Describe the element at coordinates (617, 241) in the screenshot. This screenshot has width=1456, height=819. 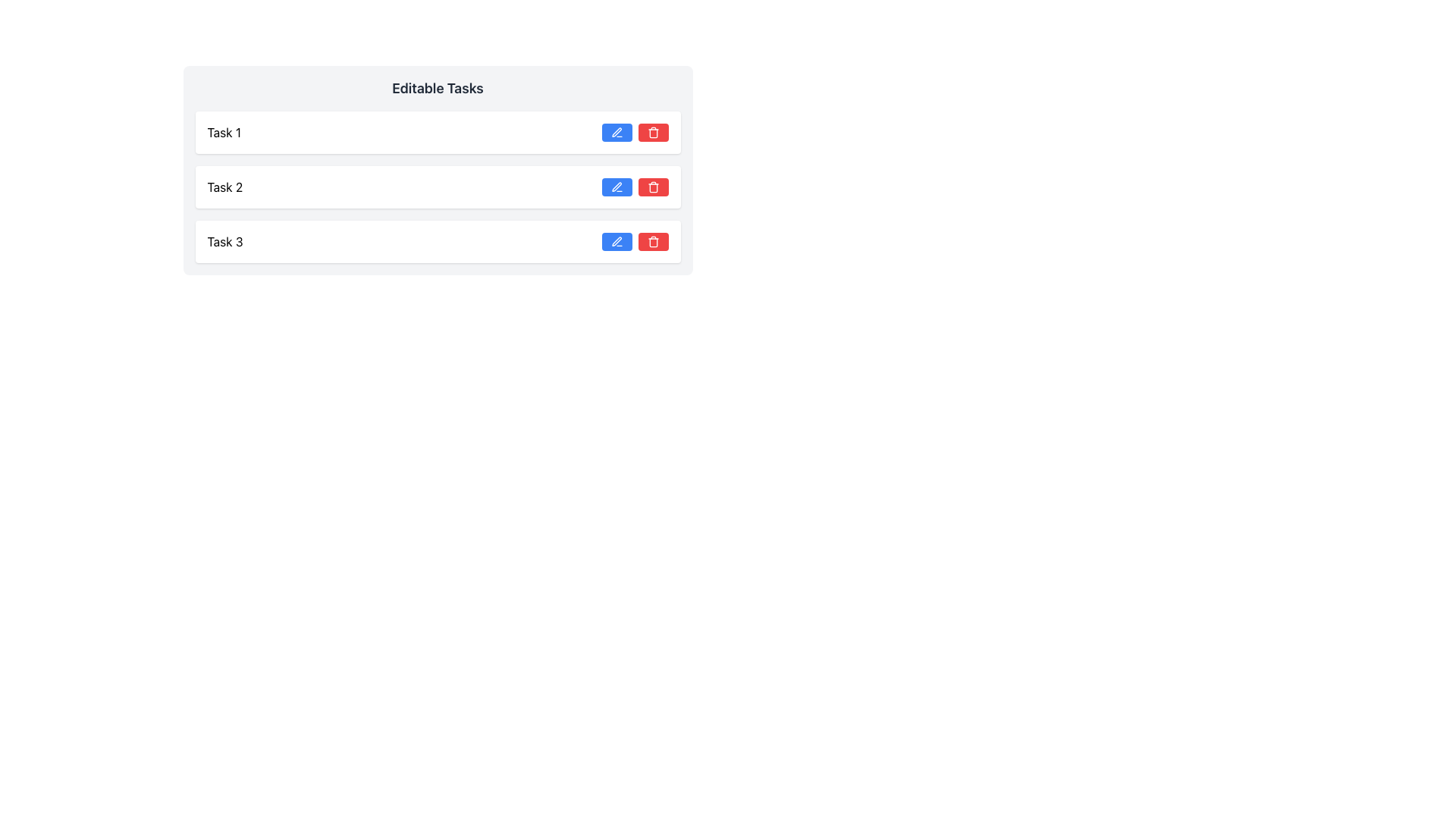
I see `the edit button located in the right-hand section of the task details row` at that location.